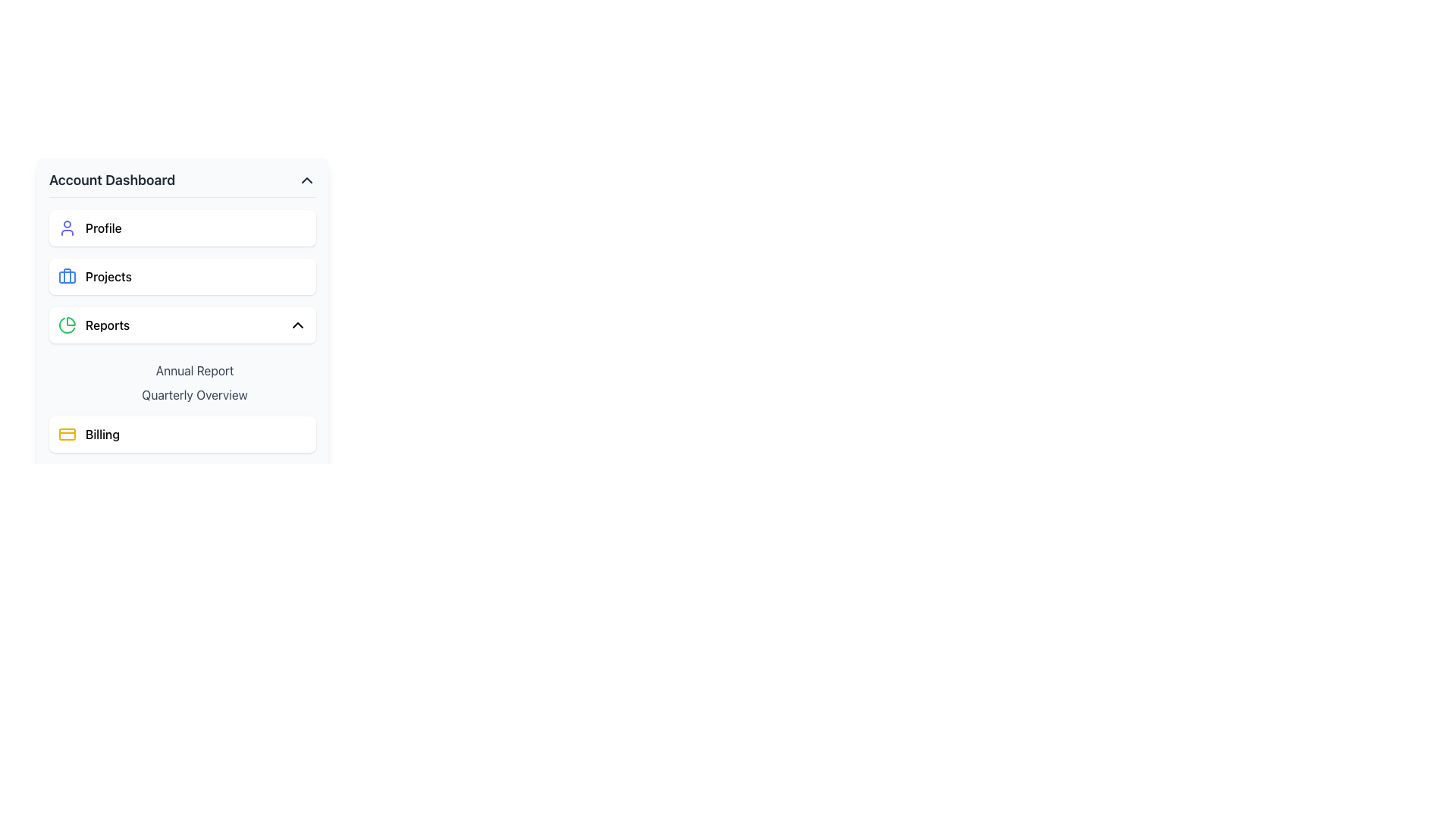  What do you see at coordinates (194, 394) in the screenshot?
I see `the 'Quarterly Overview' text link located in the Reports section of the vertical navigation layout` at bounding box center [194, 394].